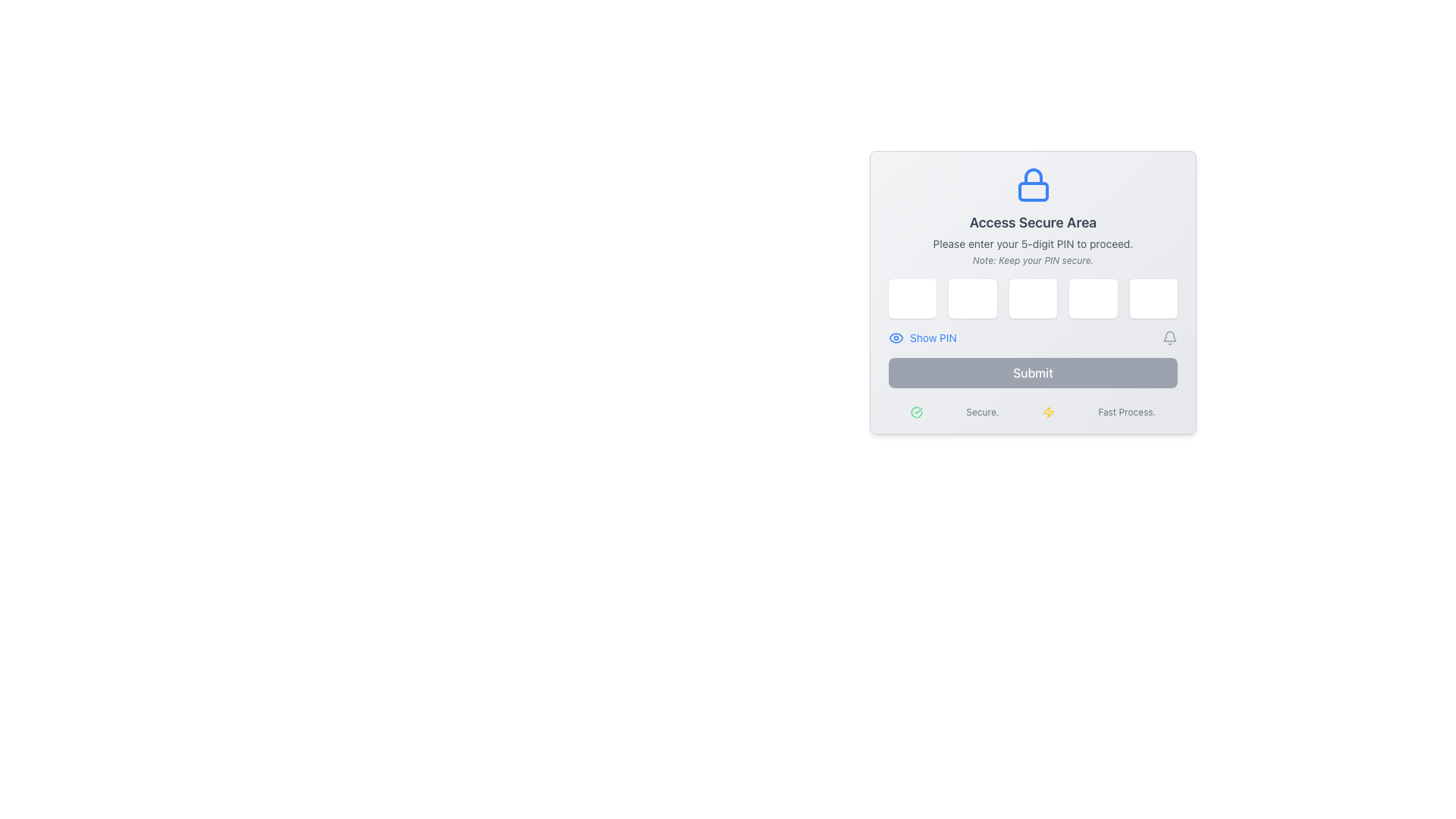  I want to click on the rectangular body of the lock icon located above the 'Access Secure Area' heading, so click(1032, 191).